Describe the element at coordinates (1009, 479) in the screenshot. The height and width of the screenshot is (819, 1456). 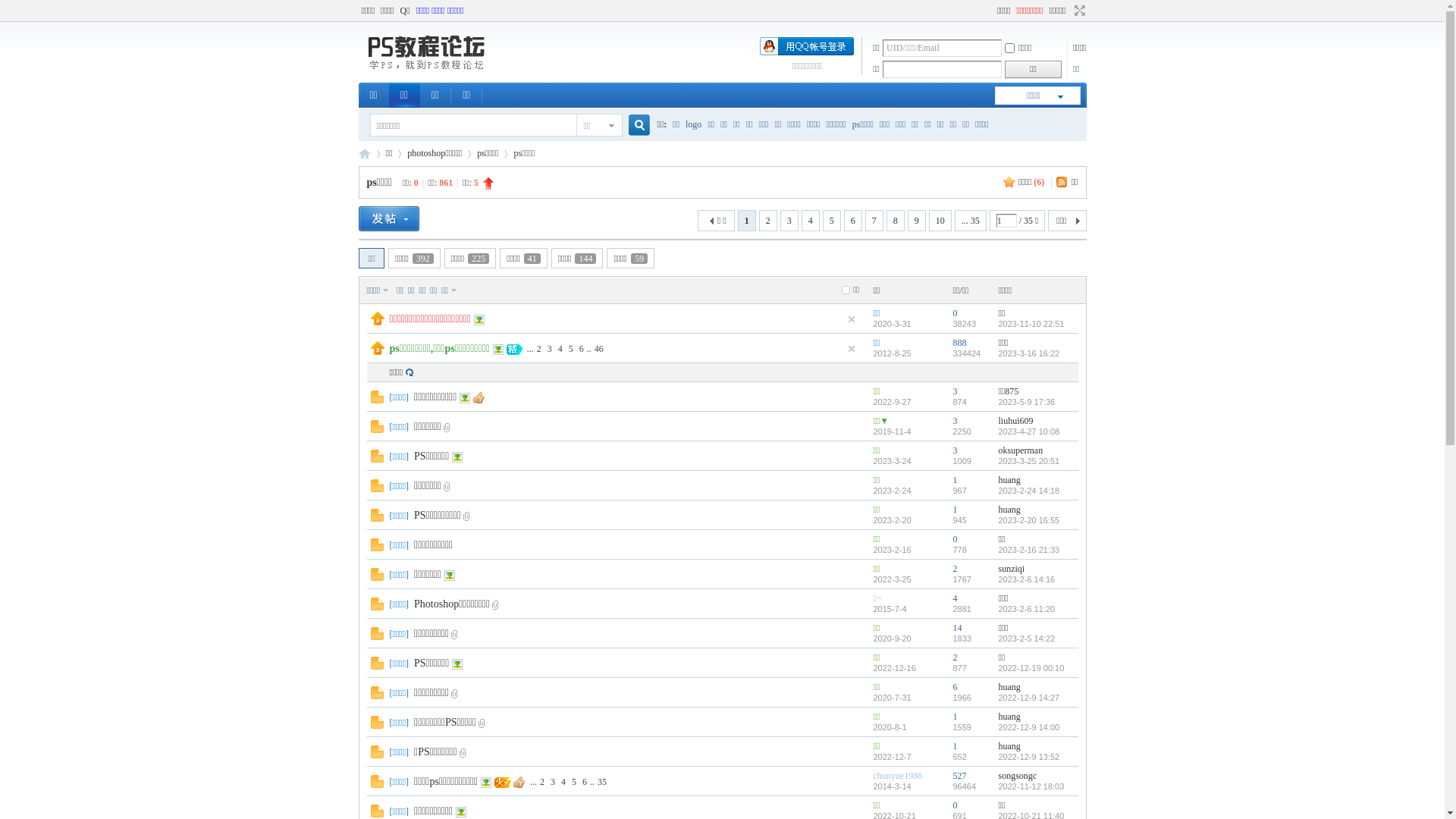
I see `'huang'` at that location.